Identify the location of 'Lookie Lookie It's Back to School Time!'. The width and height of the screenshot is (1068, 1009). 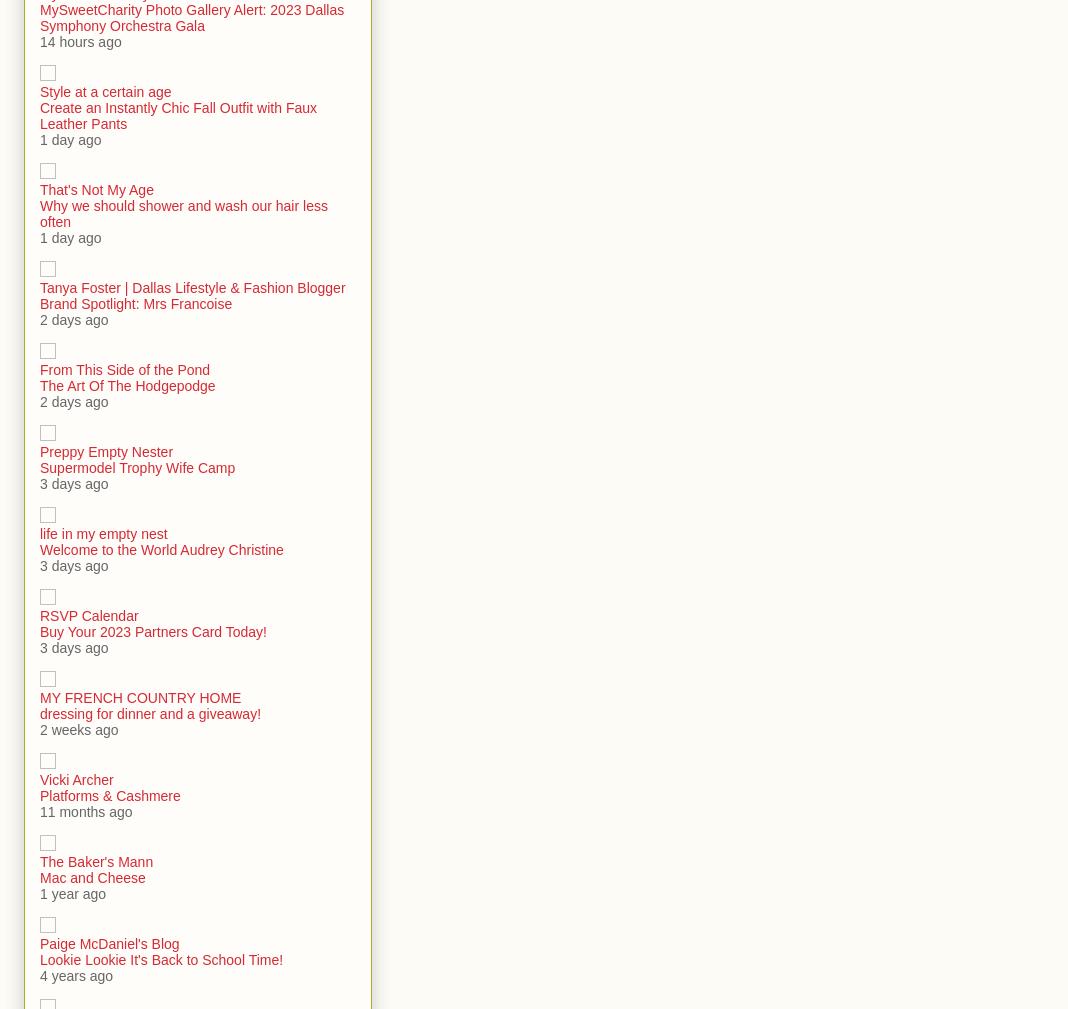
(161, 959).